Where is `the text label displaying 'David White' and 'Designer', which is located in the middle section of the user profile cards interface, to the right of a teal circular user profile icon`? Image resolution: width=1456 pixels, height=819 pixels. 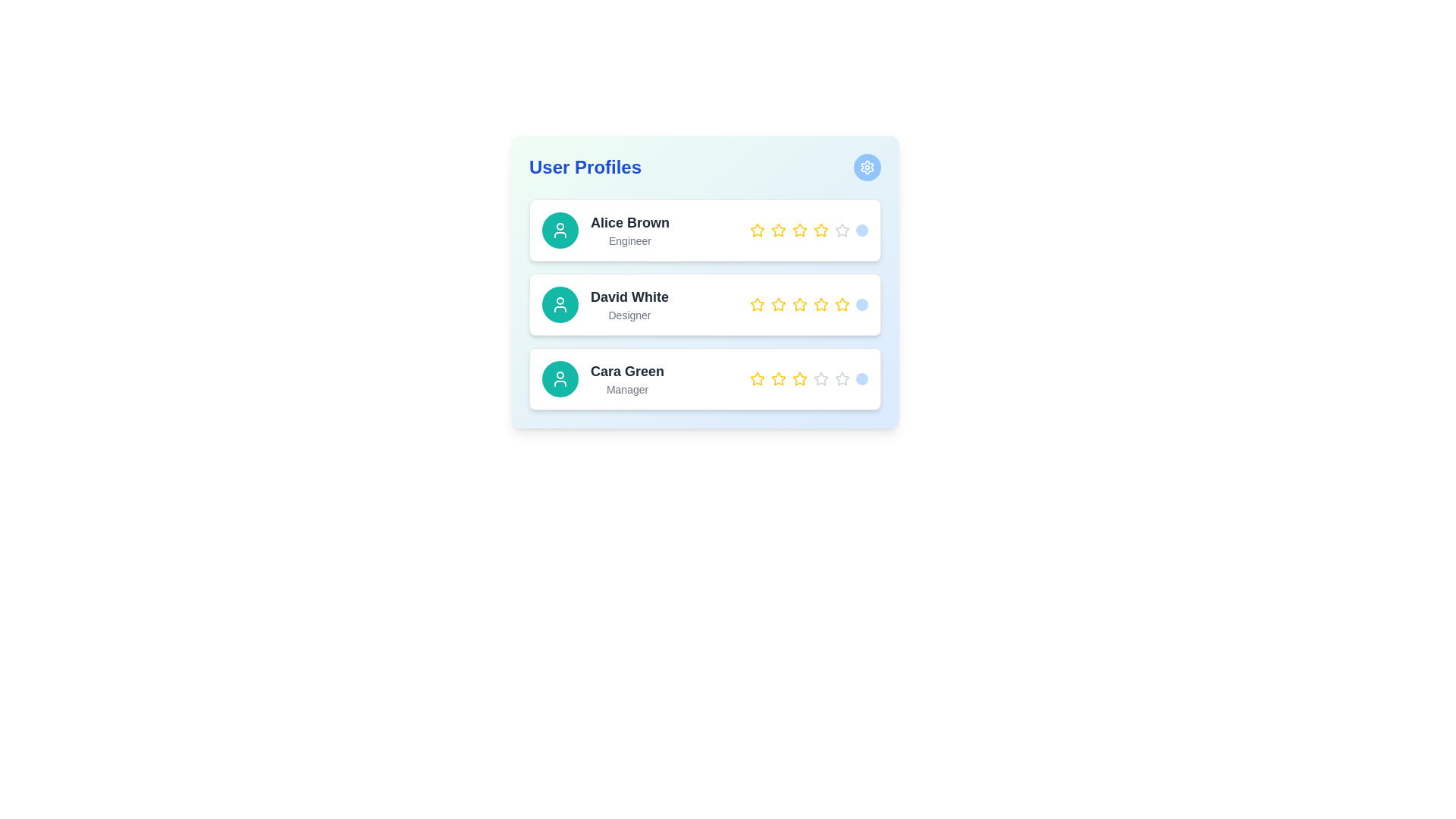 the text label displaying 'David White' and 'Designer', which is located in the middle section of the user profile cards interface, to the right of a teal circular user profile icon is located at coordinates (629, 304).